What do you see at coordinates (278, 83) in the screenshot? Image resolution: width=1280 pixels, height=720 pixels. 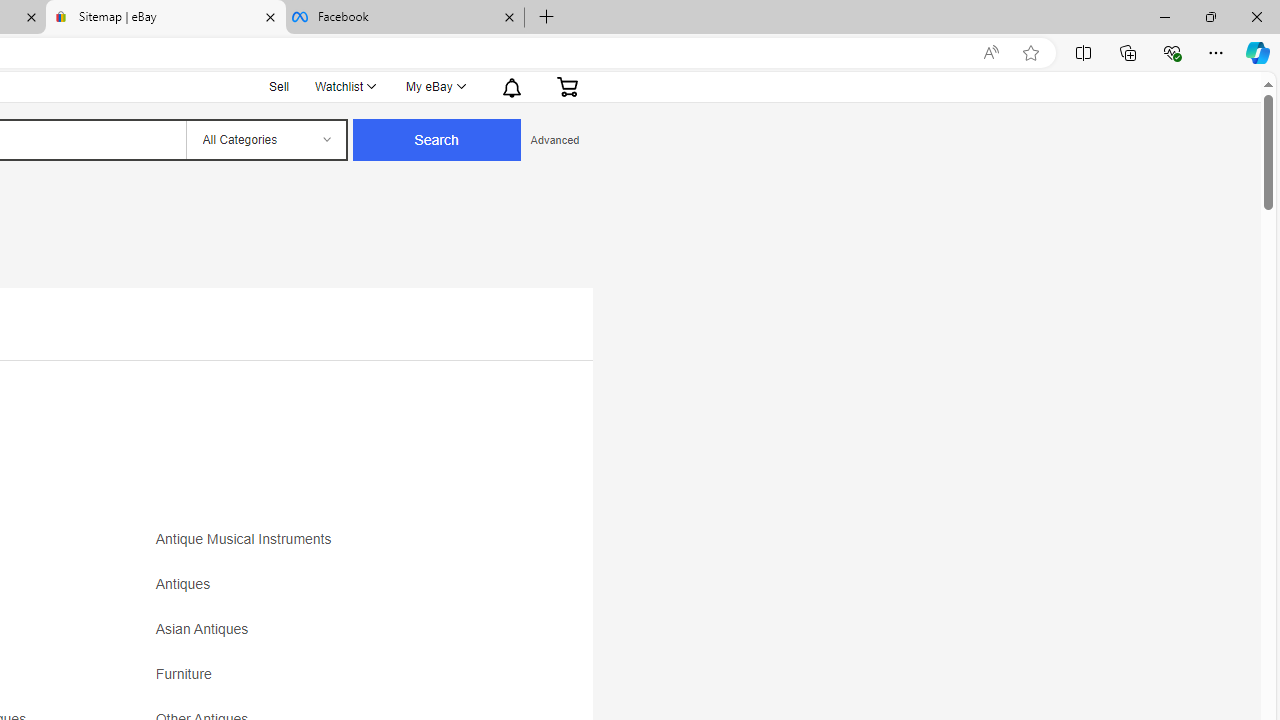 I see `'Sell'` at bounding box center [278, 83].